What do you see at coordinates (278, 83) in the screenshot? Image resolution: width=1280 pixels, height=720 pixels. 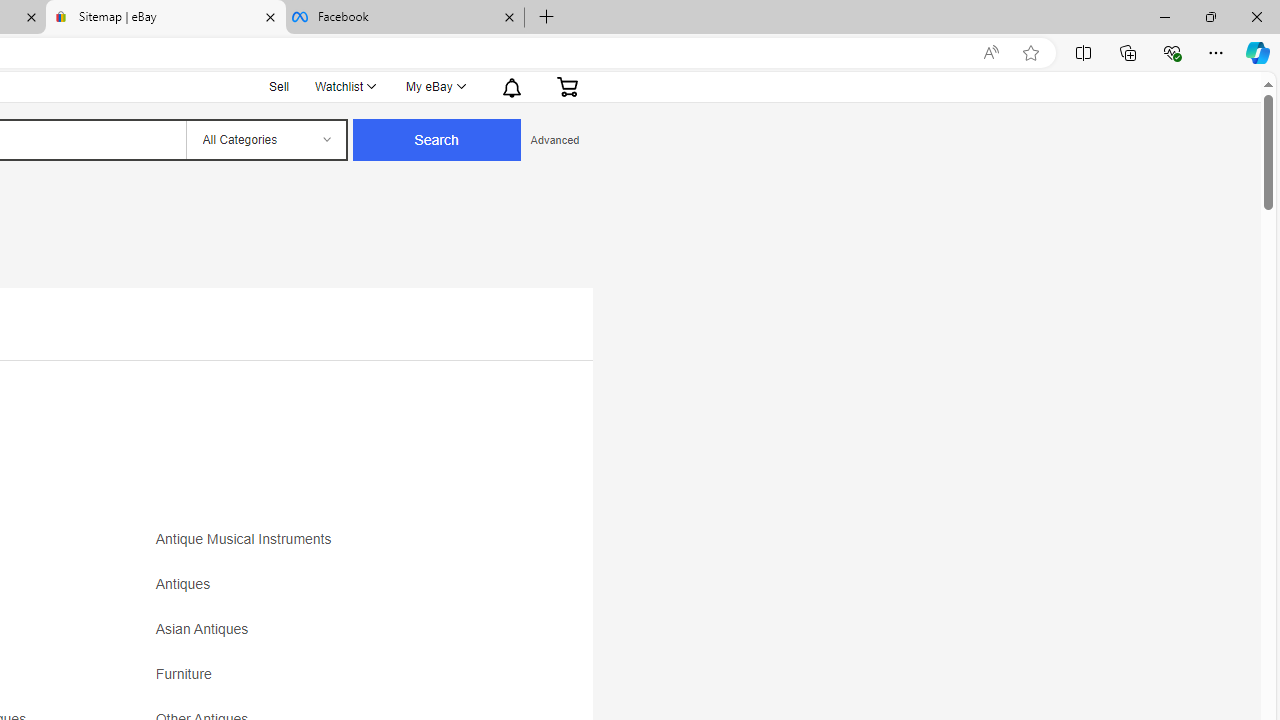 I see `'Sell'` at bounding box center [278, 83].